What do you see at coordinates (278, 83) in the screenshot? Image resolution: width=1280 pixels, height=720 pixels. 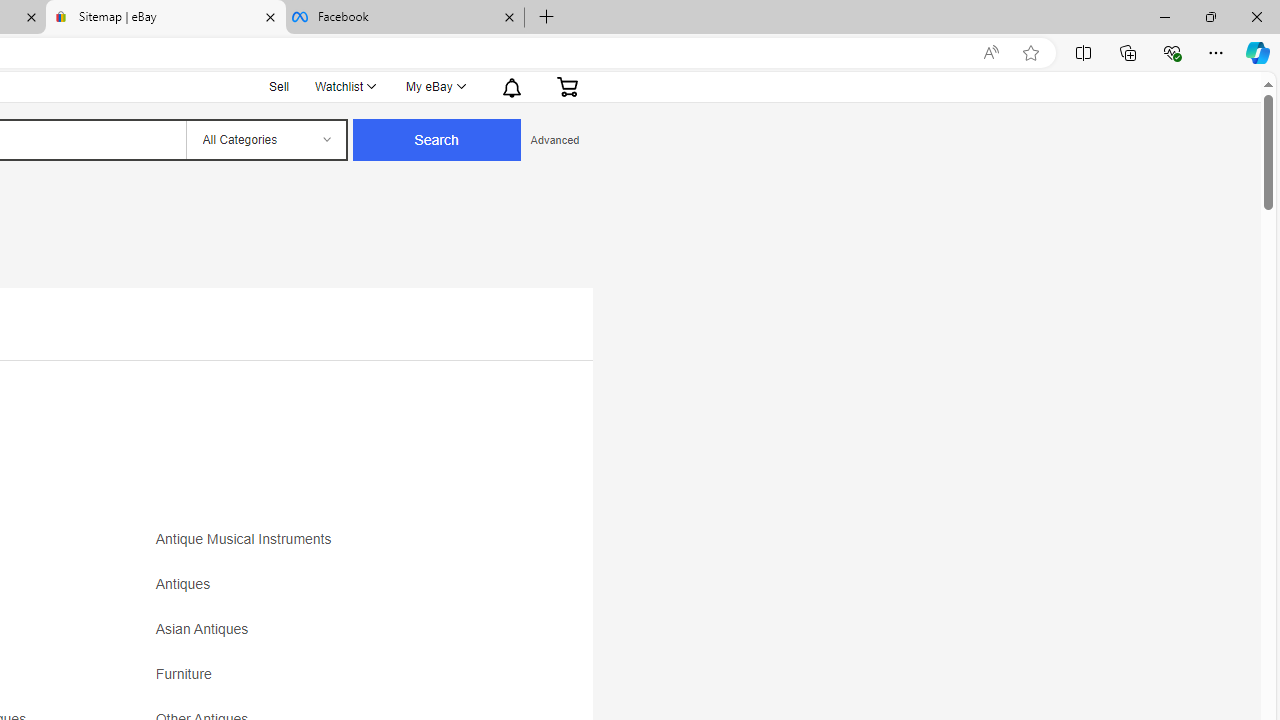 I see `'Sell'` at bounding box center [278, 83].